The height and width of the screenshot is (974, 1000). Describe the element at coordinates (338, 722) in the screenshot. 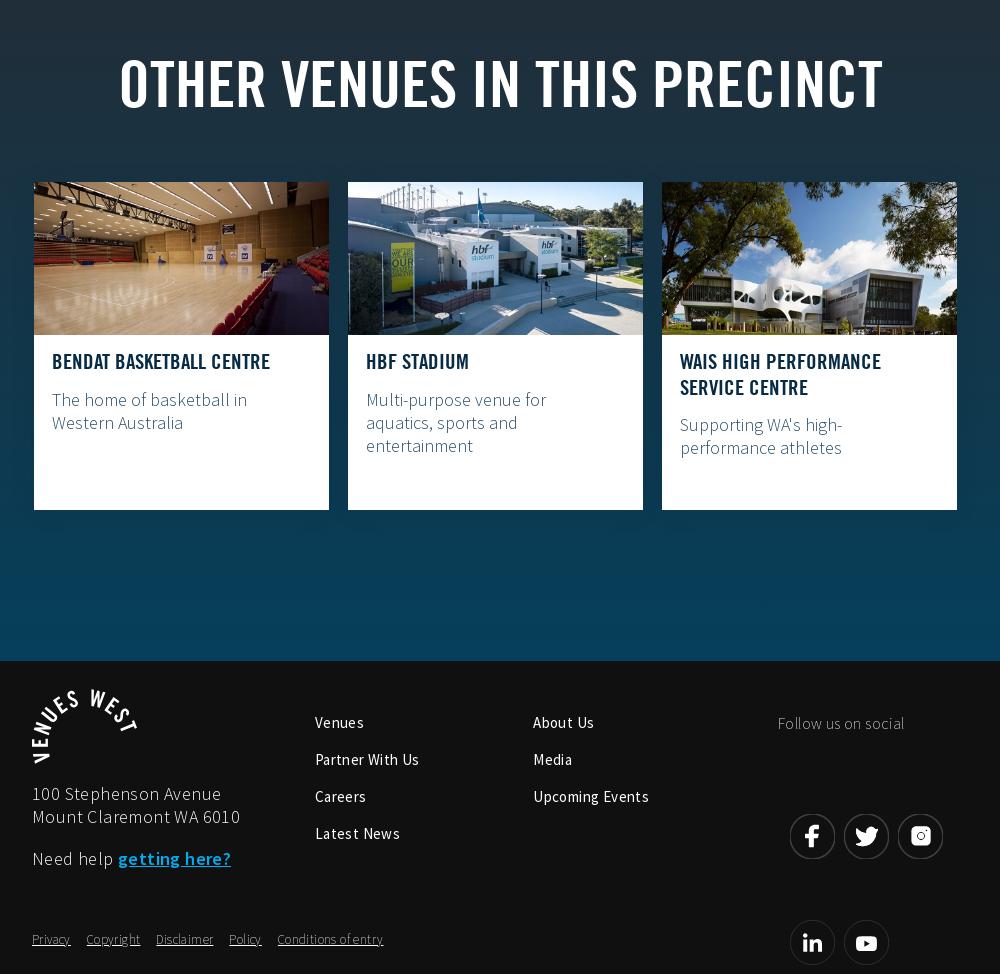

I see `'Venues'` at that location.